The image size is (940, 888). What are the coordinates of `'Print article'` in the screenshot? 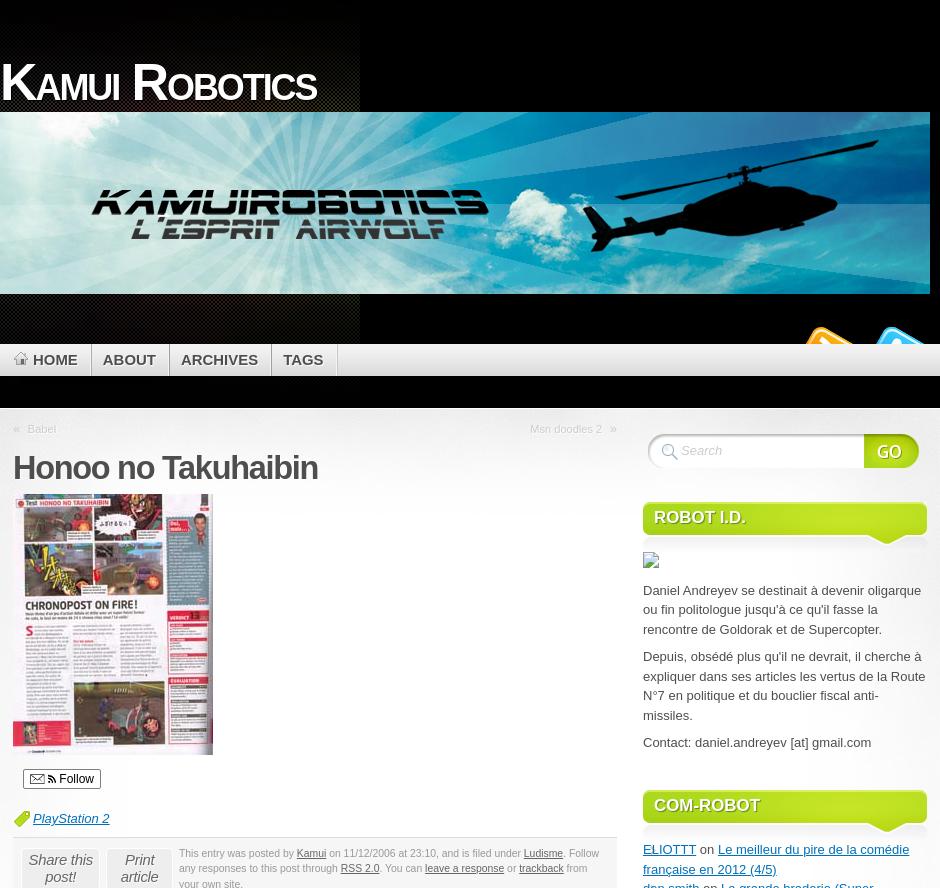 It's located at (138, 867).